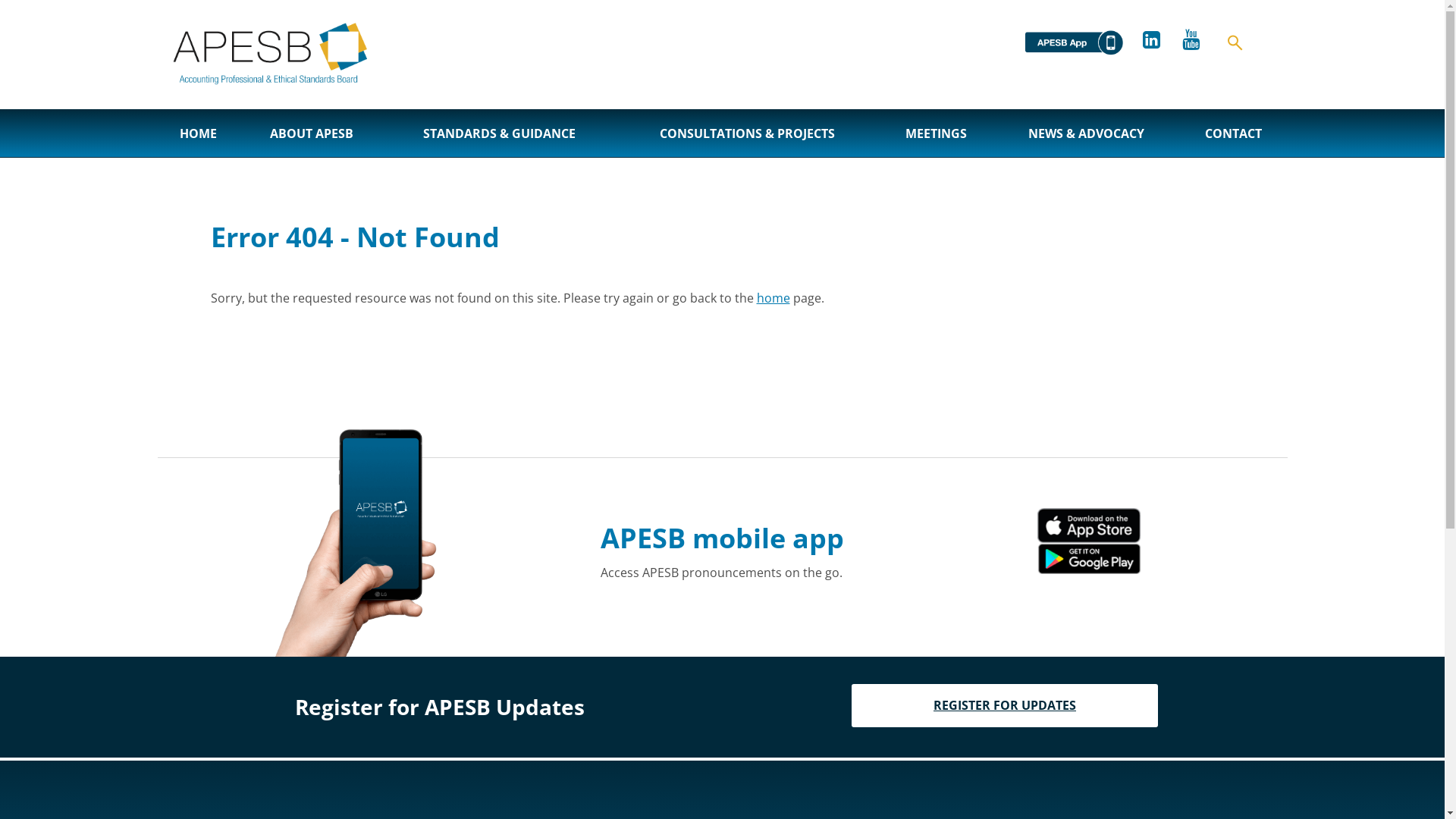 This screenshot has height=819, width=1456. I want to click on 'REGISTER FOR UPDATES', so click(1004, 705).